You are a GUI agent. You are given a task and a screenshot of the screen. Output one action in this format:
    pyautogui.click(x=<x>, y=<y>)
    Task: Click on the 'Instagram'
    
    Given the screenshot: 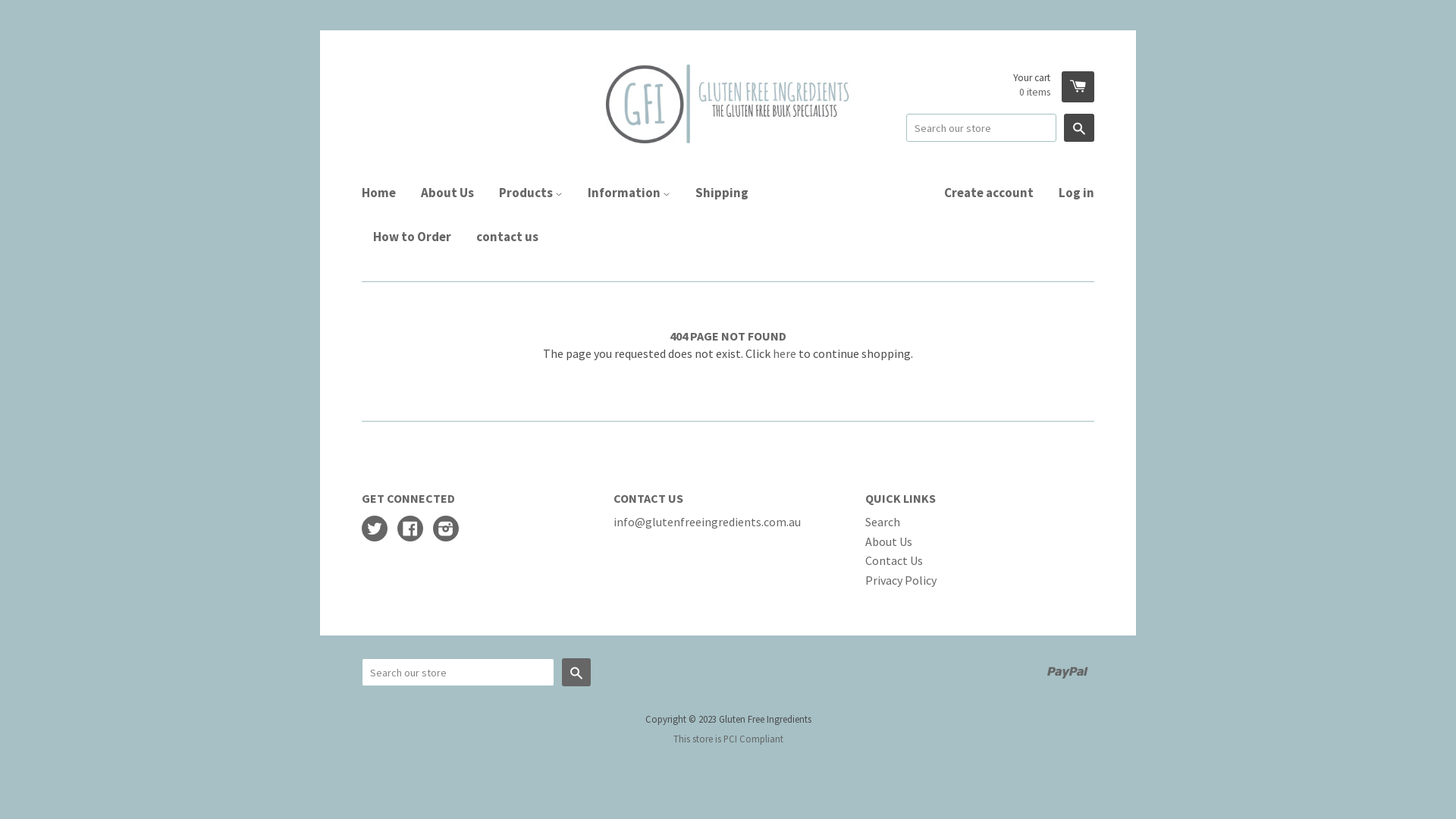 What is the action you would take?
    pyautogui.click(x=445, y=529)
    